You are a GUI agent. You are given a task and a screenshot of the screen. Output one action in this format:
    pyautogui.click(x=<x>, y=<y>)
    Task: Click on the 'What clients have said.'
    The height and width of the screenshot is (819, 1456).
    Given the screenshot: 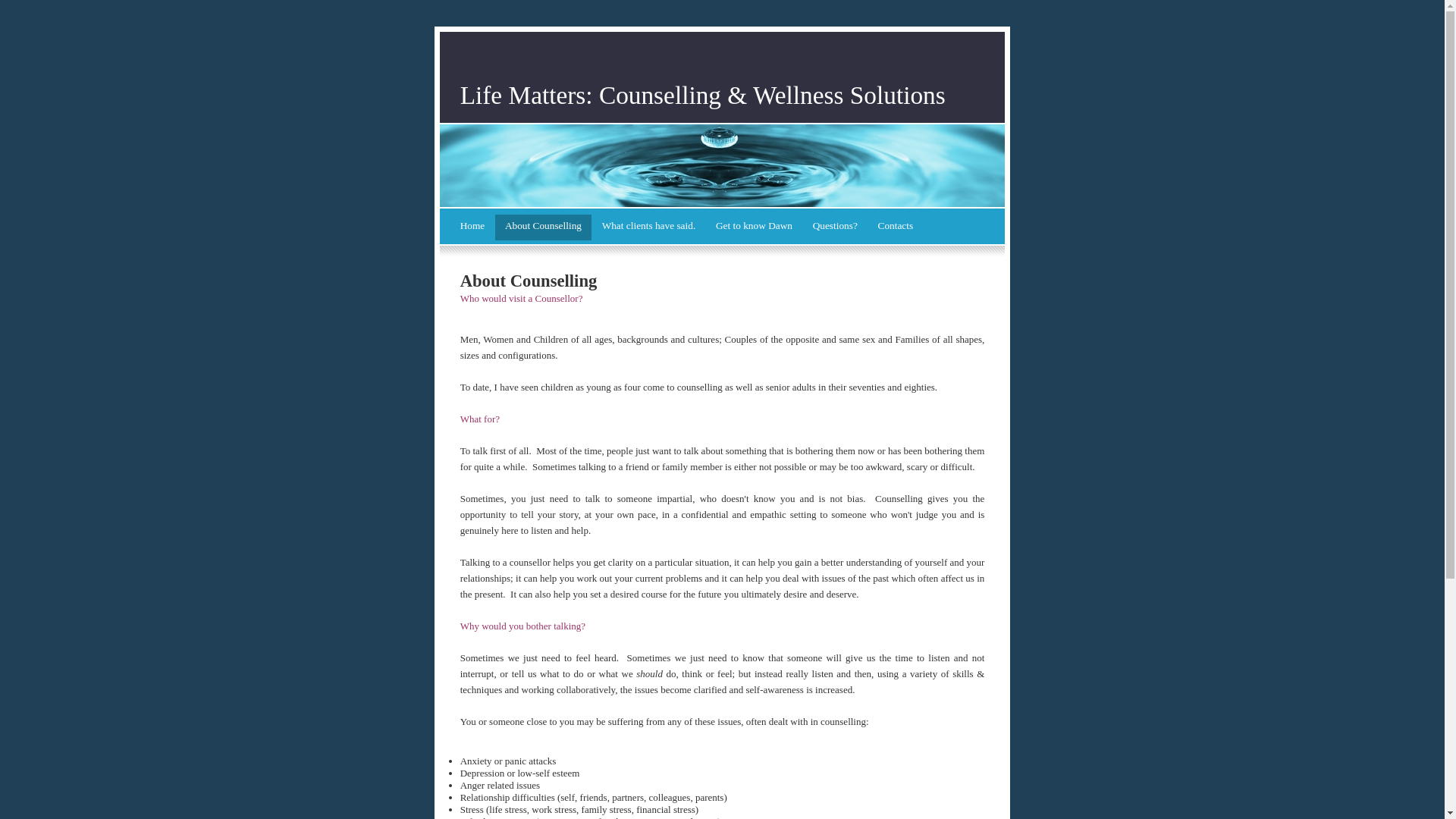 What is the action you would take?
    pyautogui.click(x=590, y=227)
    